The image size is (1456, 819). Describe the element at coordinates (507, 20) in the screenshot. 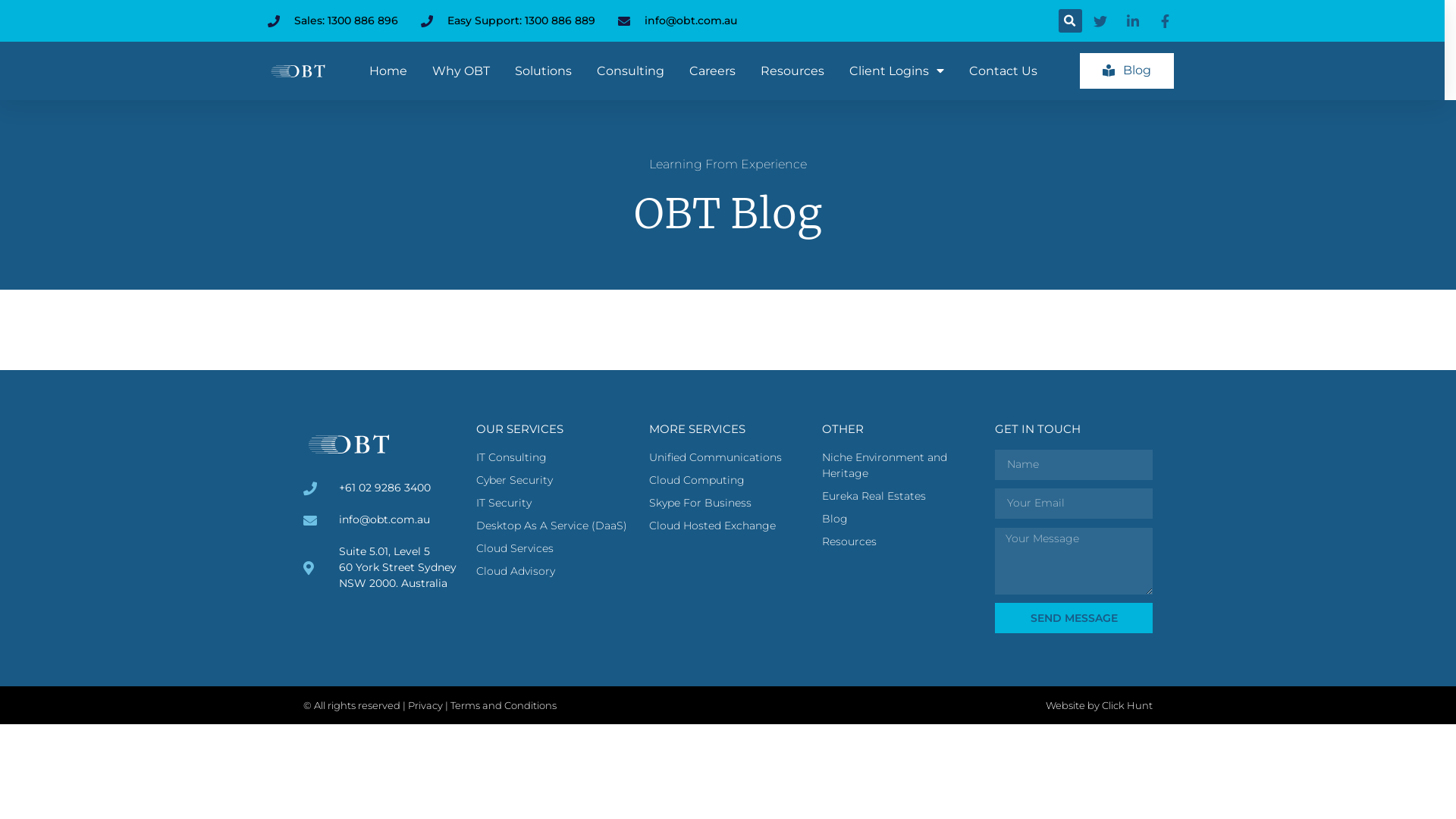

I see `'Easy Support: 1300 886 889'` at that location.